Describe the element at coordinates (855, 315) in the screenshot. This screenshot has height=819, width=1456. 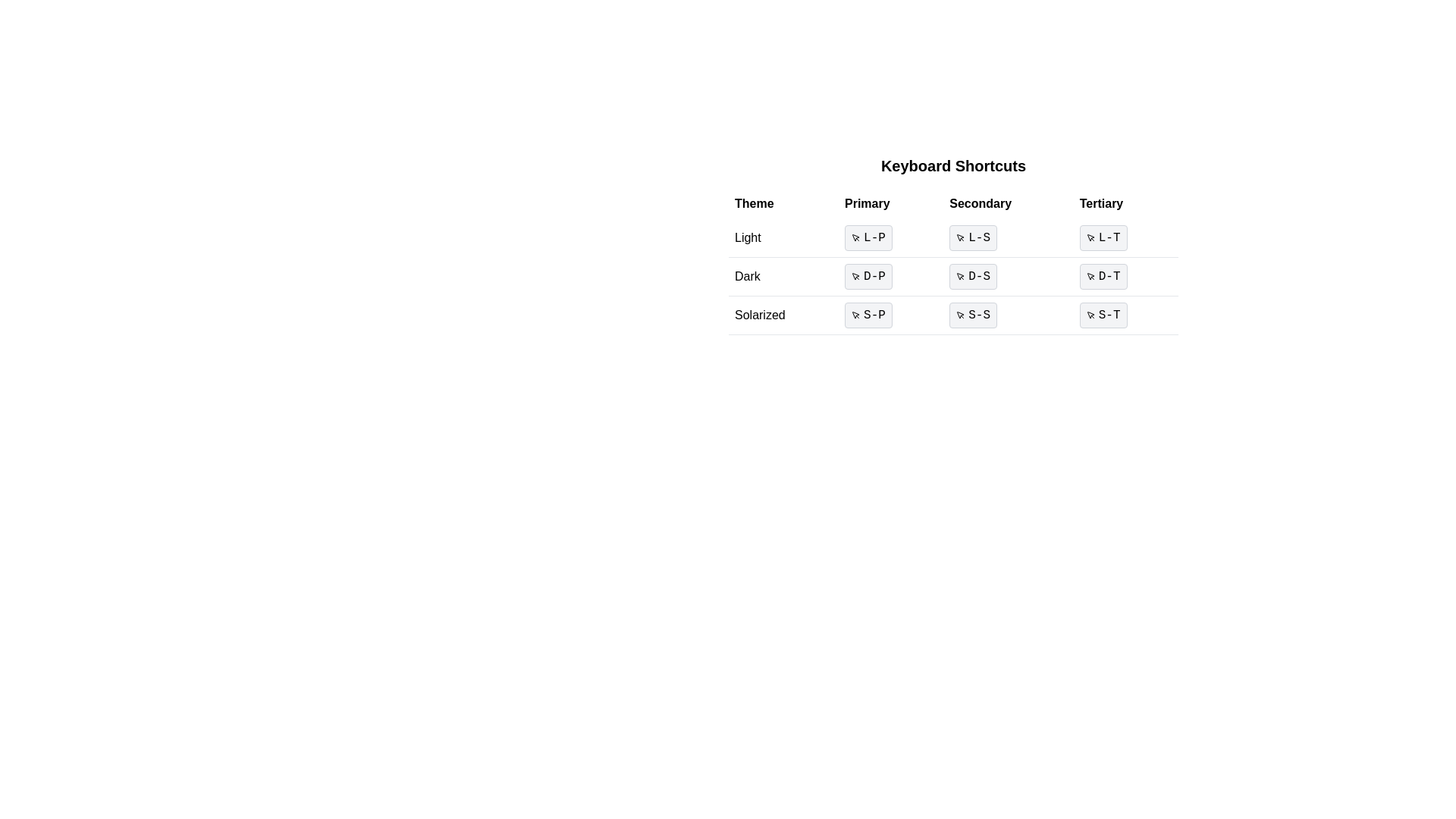
I see `the SVG Icon representing a mouse pointer located in the upper-left corner of the button labeled 'S-P' in the 'Primary' column of the 'Solarized' row in the keyboard shortcuts table` at that location.